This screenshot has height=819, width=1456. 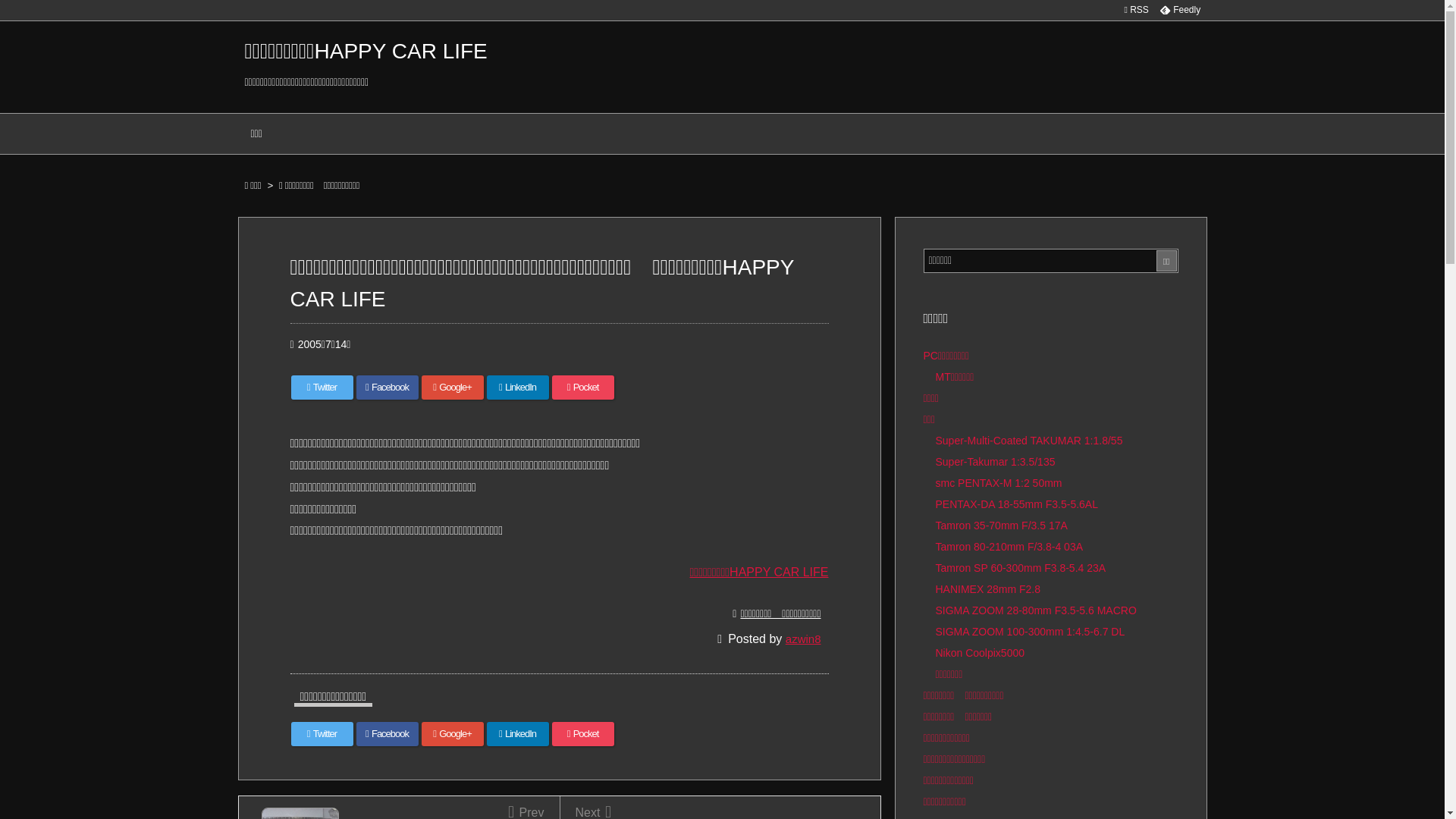 I want to click on '  Feedly ', so click(x=1178, y=9).